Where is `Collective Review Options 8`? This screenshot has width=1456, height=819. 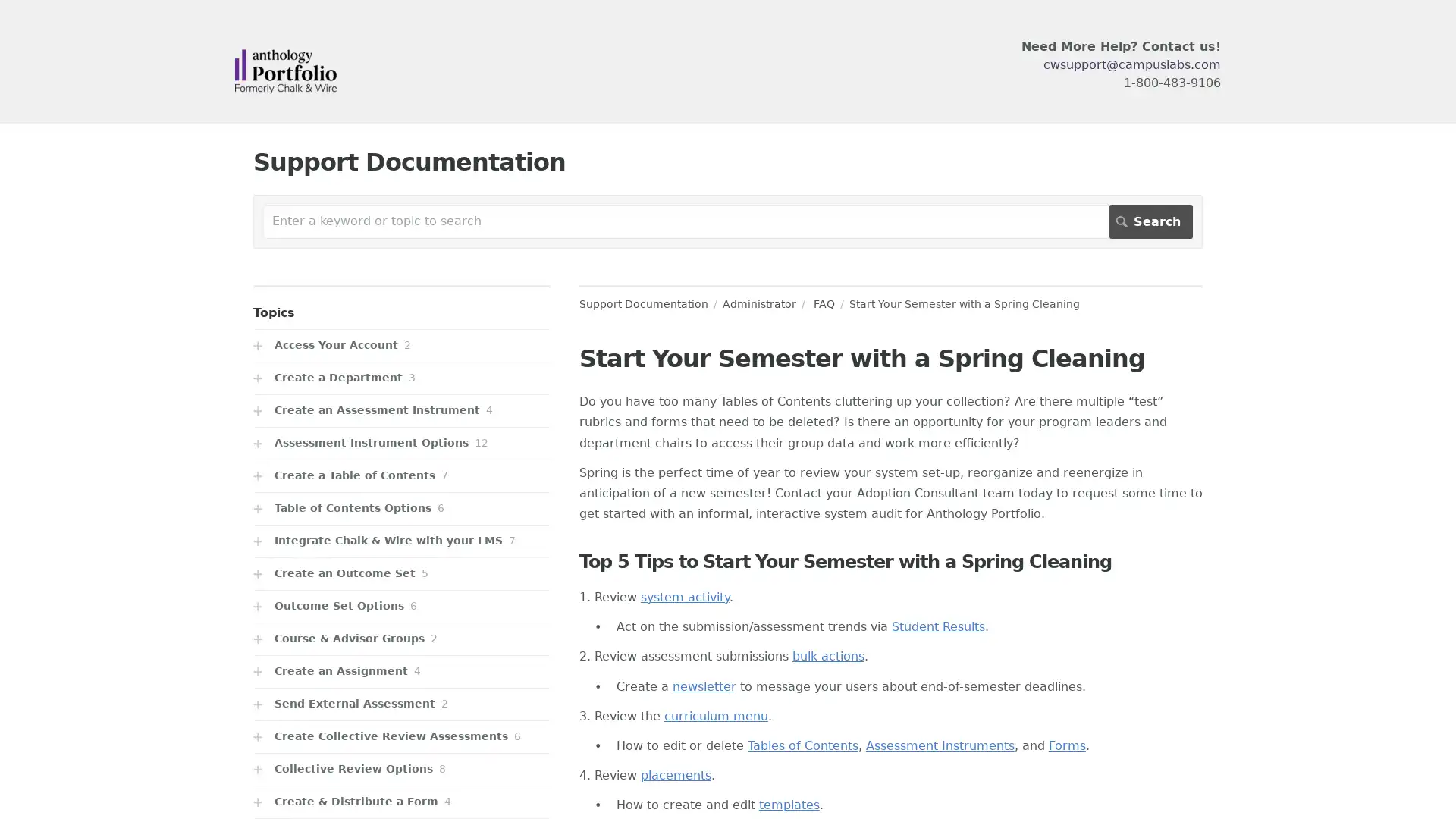 Collective Review Options 8 is located at coordinates (401, 769).